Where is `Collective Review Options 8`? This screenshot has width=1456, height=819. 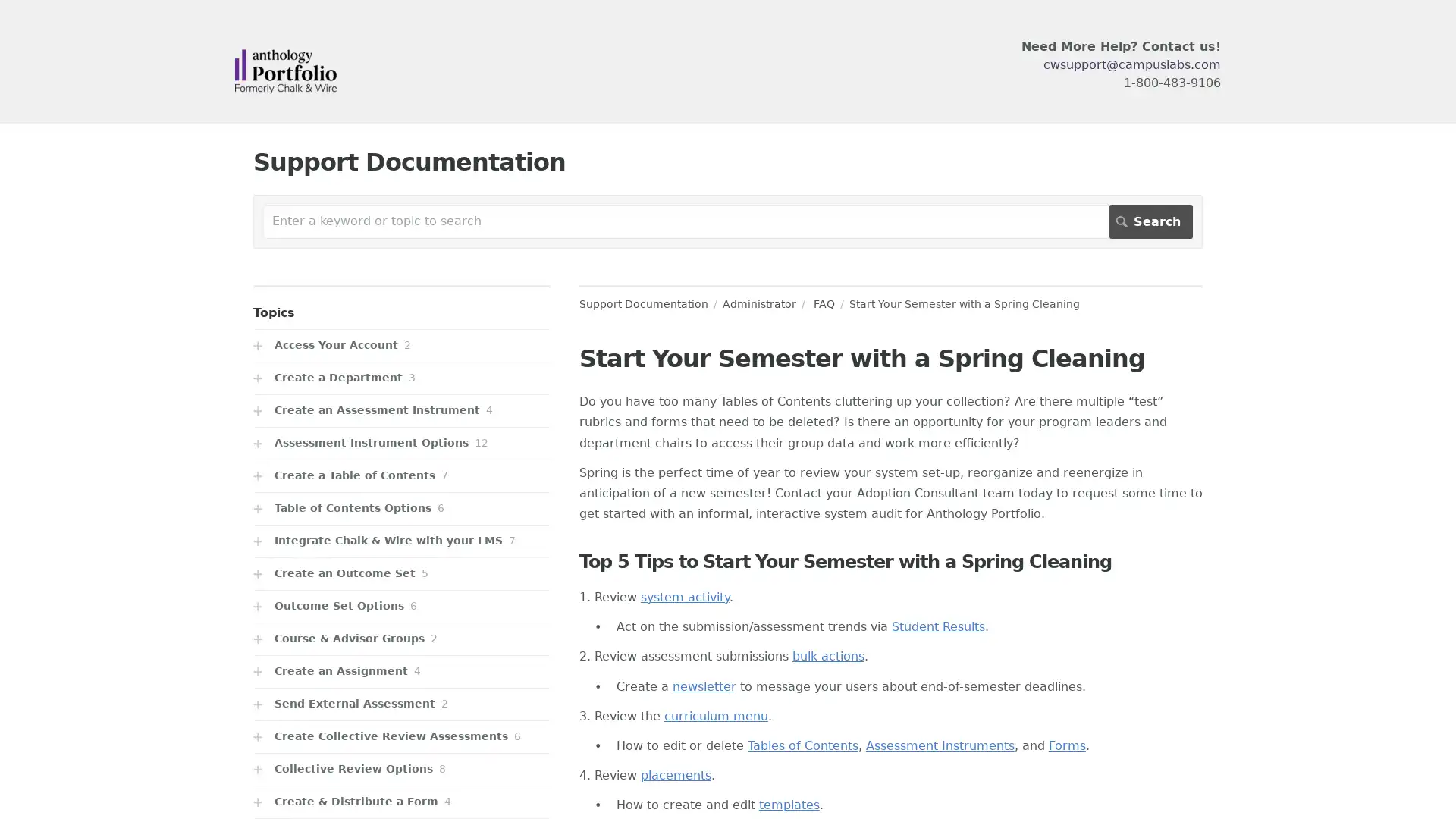 Collective Review Options 8 is located at coordinates (401, 769).